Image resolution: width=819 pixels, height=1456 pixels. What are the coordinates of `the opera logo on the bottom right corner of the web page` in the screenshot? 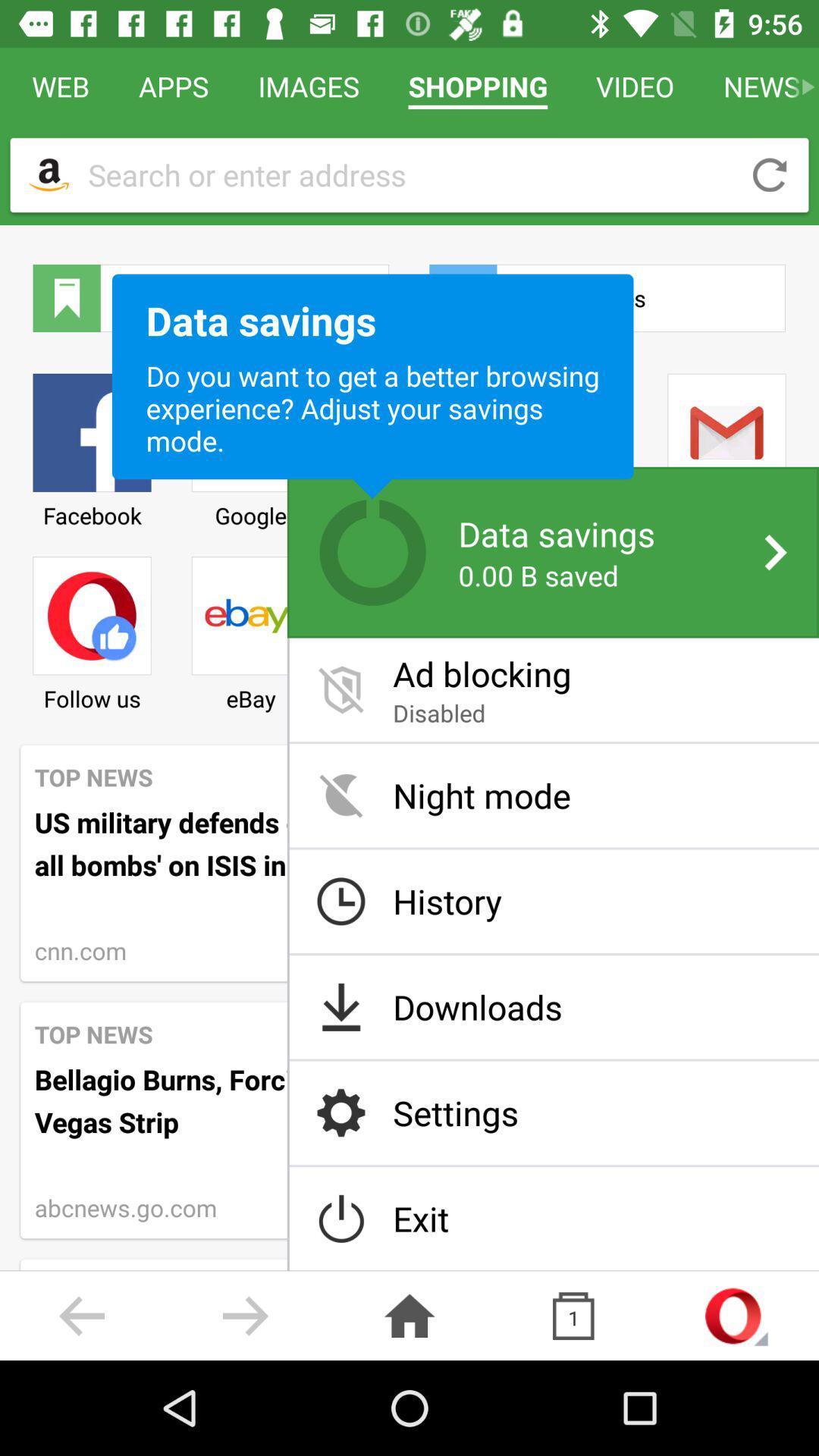 It's located at (736, 1314).